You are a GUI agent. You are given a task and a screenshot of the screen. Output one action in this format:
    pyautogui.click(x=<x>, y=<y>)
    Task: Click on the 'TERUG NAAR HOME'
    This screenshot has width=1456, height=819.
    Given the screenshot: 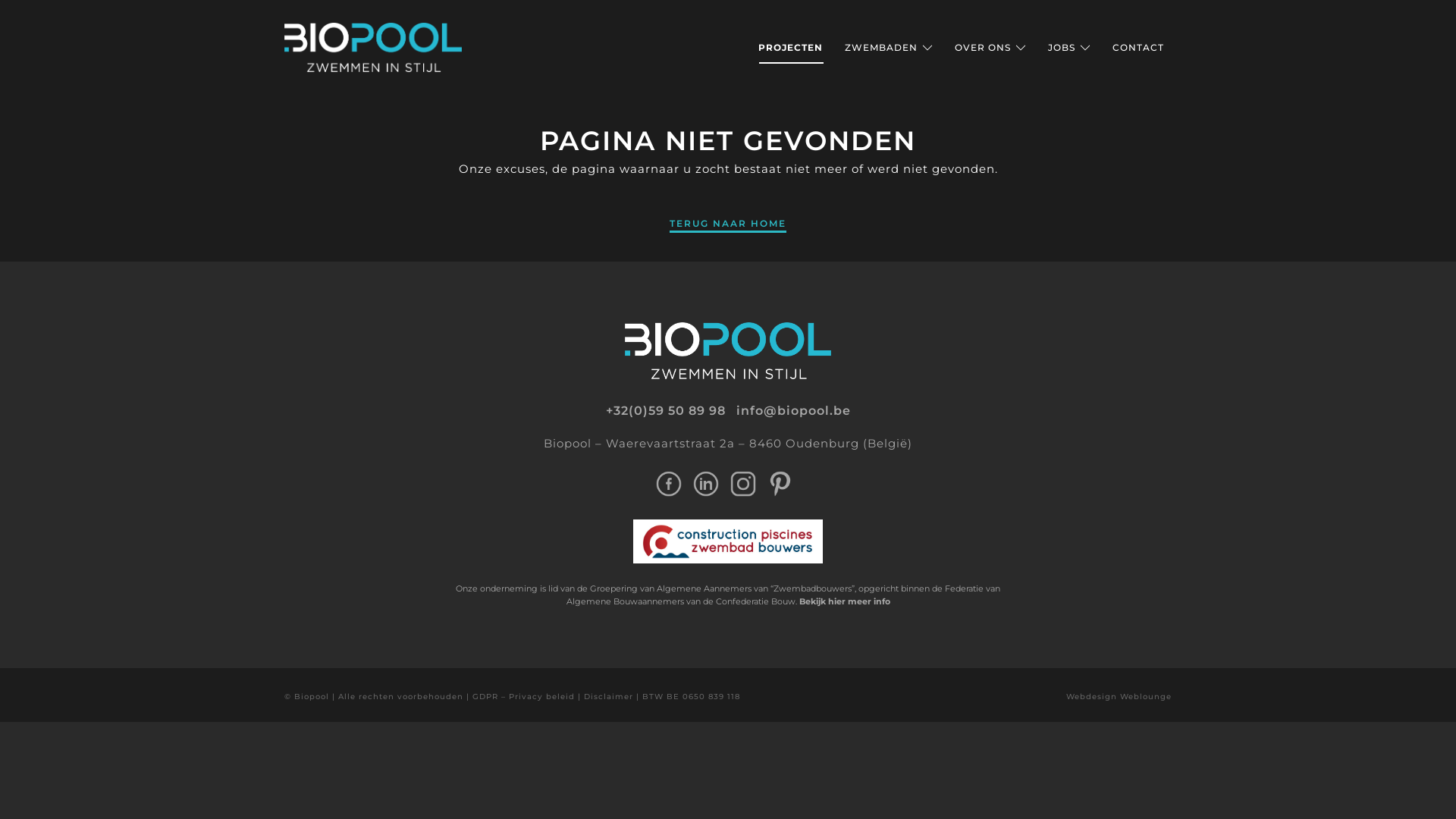 What is the action you would take?
    pyautogui.click(x=728, y=222)
    